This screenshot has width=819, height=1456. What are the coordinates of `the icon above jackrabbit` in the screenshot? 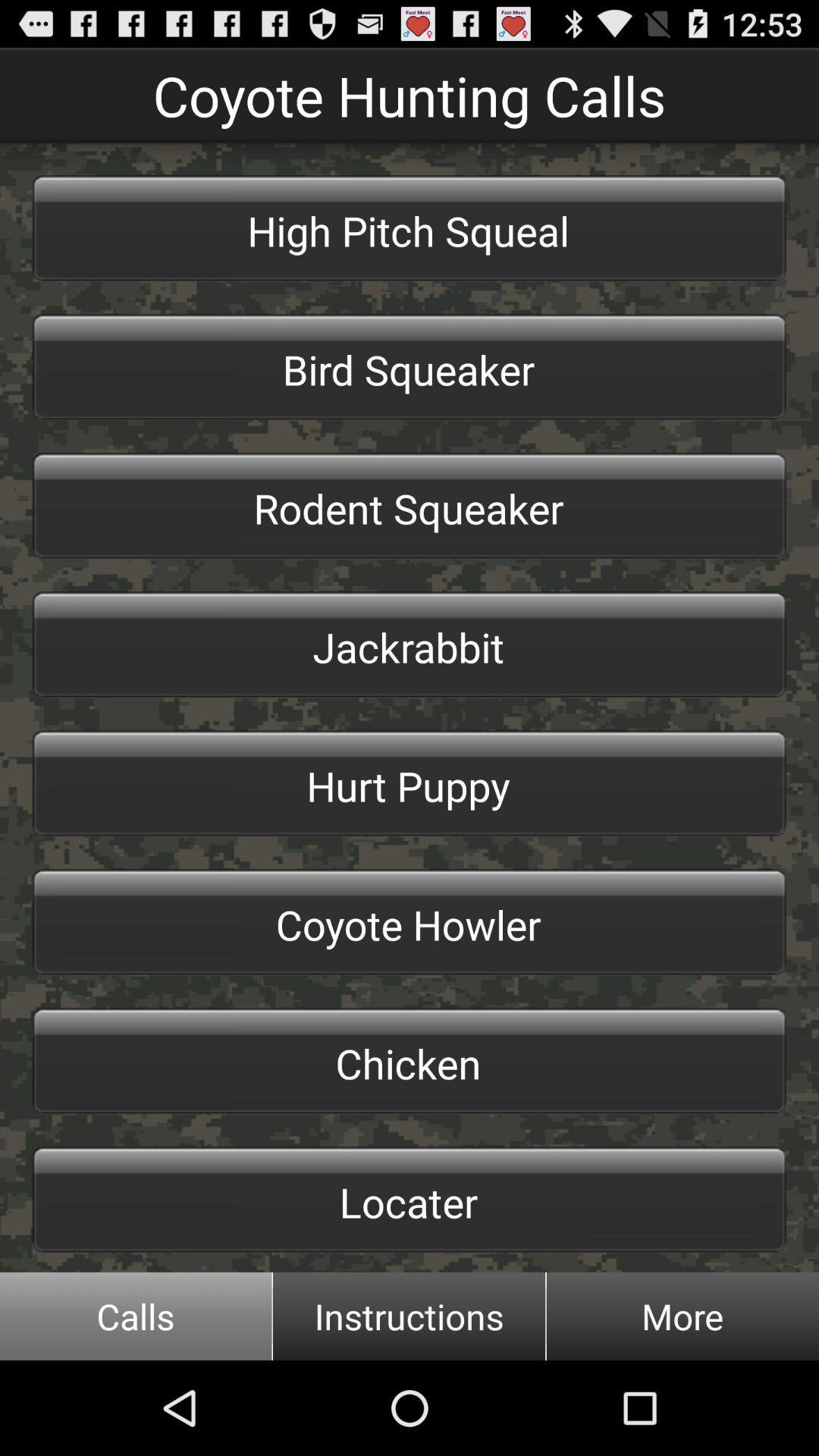 It's located at (409, 506).